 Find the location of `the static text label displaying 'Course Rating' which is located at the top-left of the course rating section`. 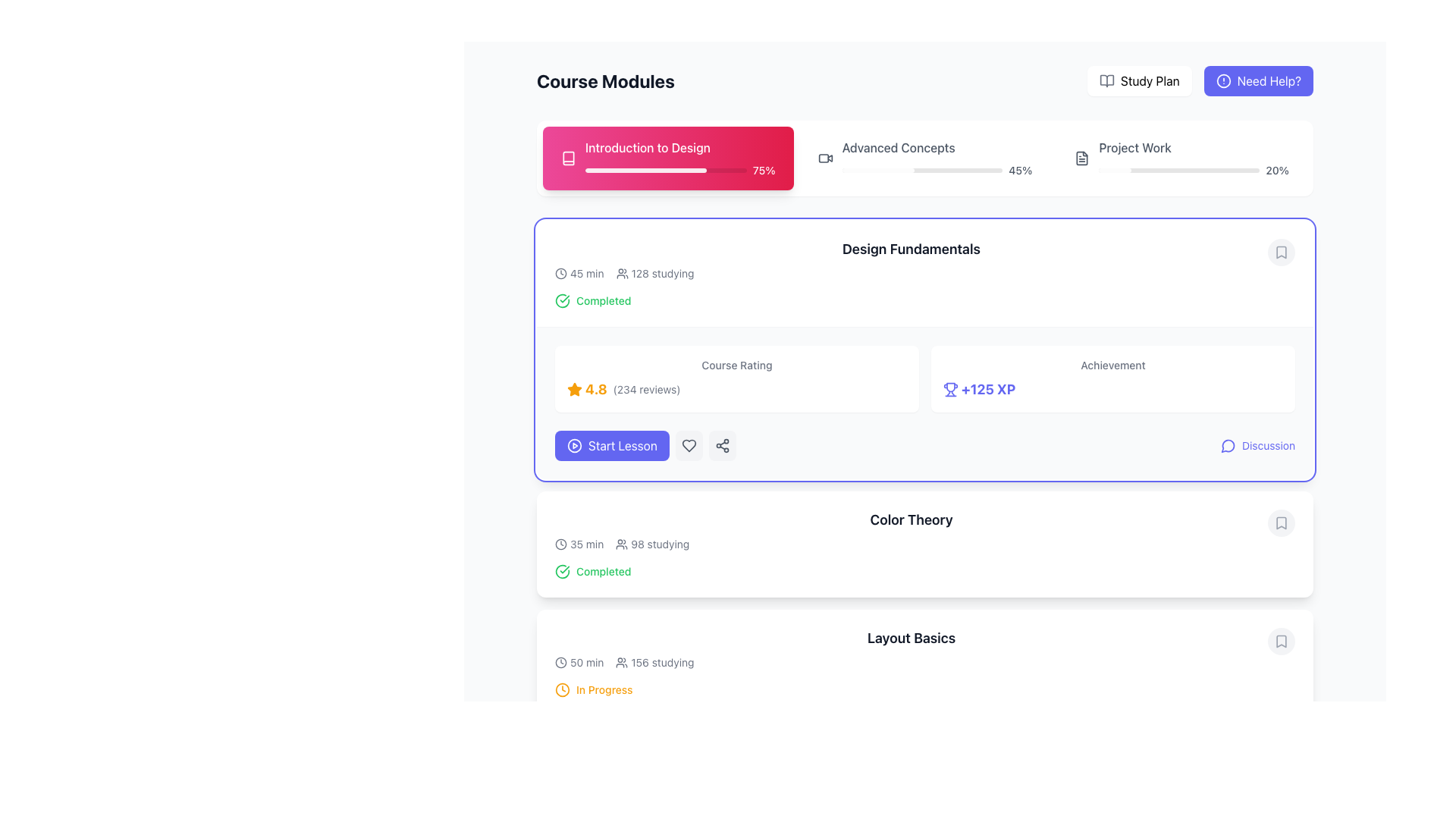

the static text label displaying 'Course Rating' which is located at the top-left of the course rating section is located at coordinates (736, 366).